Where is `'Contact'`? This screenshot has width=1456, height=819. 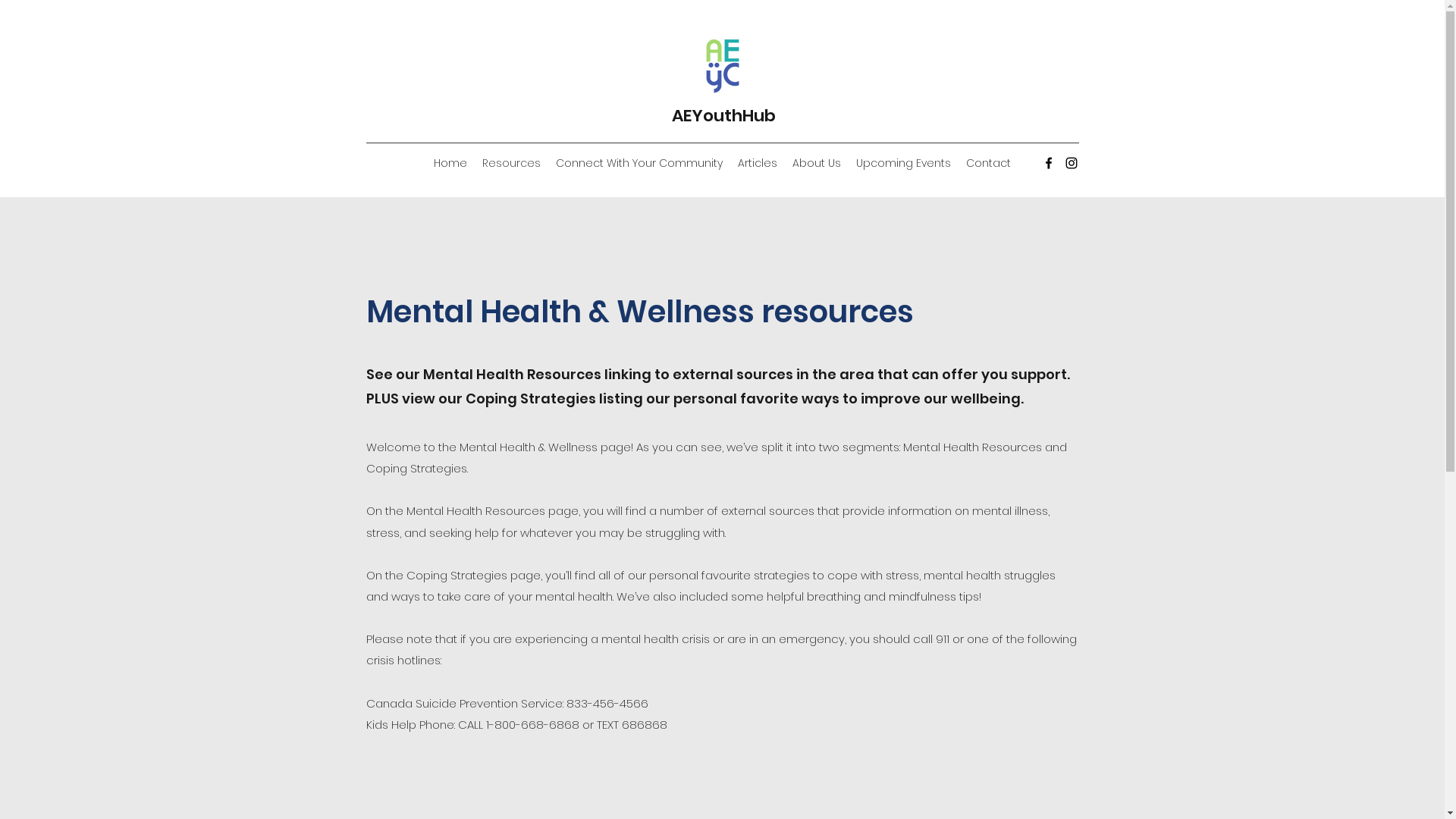
'Contact' is located at coordinates (957, 163).